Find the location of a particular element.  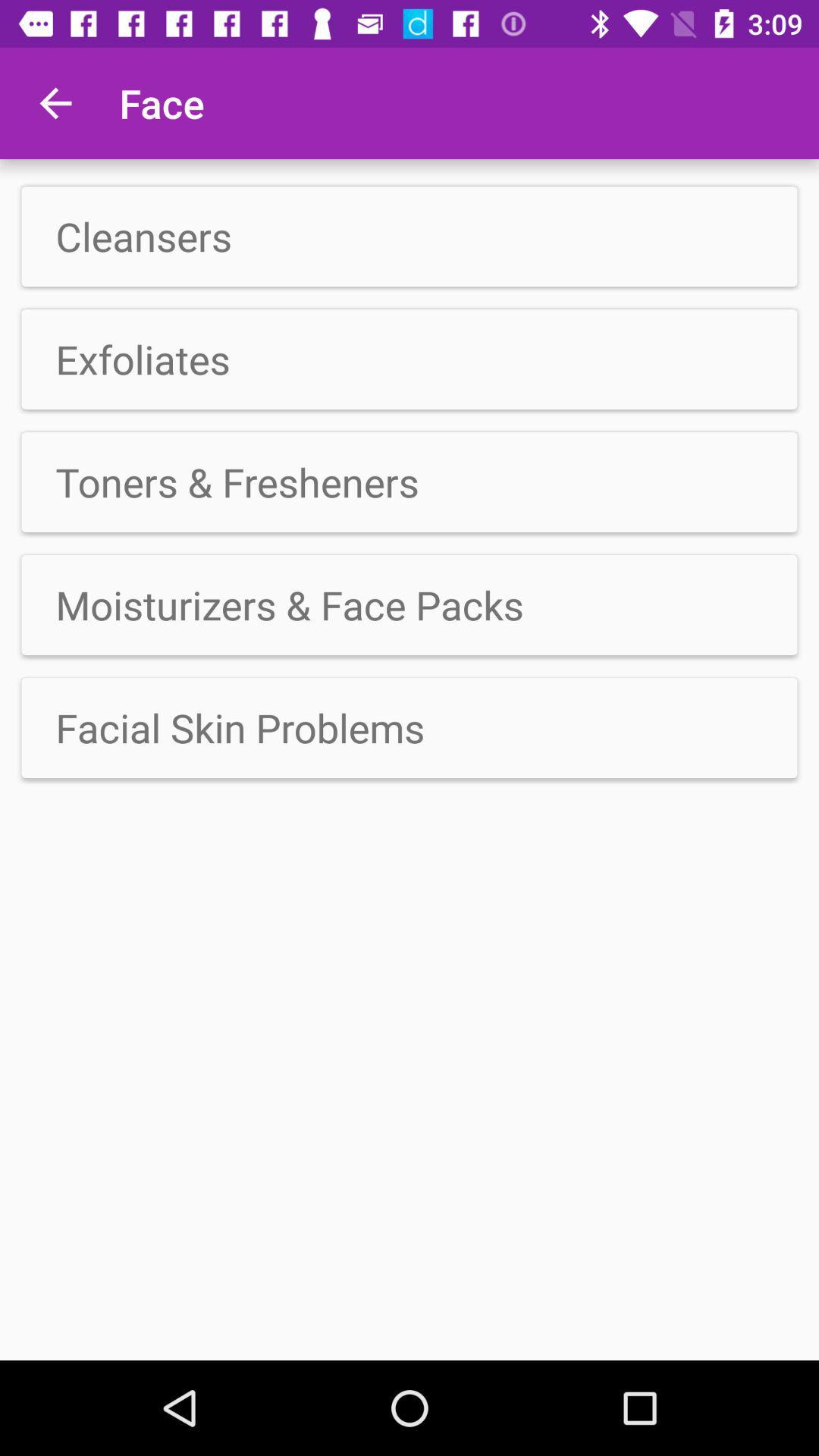

icon below the cleansers is located at coordinates (409, 359).